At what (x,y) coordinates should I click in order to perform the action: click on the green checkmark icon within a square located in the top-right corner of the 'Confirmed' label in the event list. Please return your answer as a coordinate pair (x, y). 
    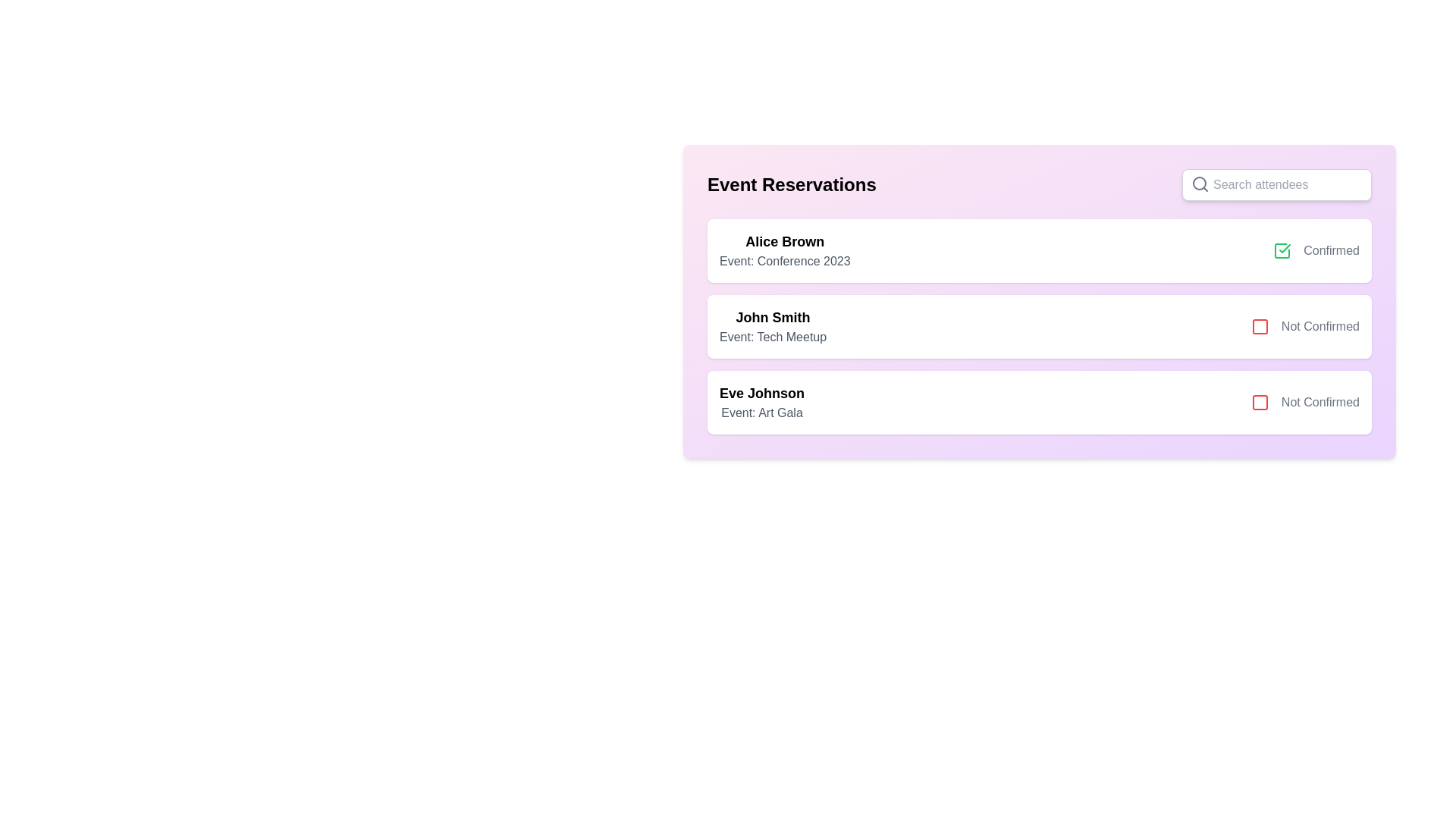
    Looking at the image, I should click on (1282, 250).